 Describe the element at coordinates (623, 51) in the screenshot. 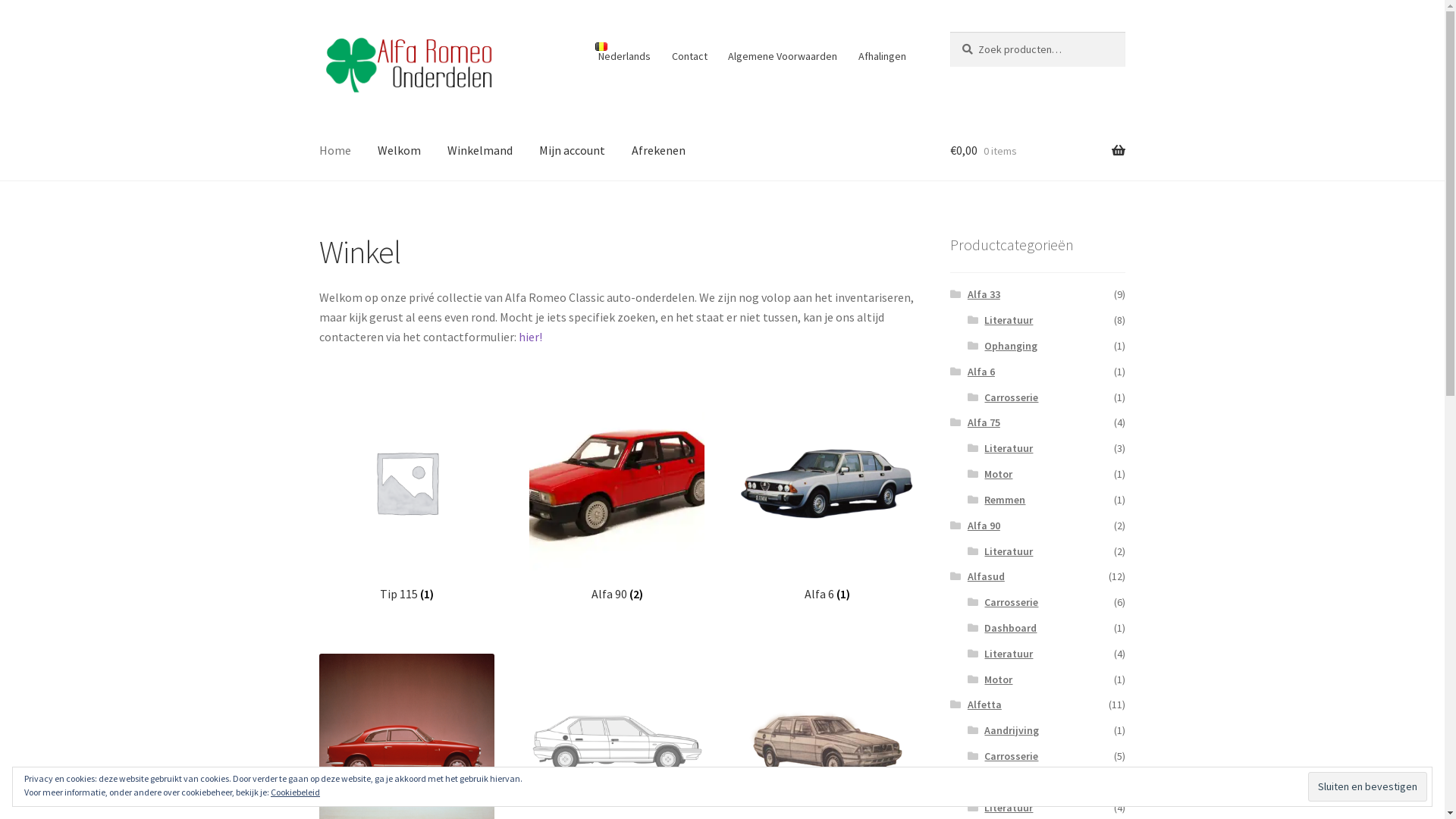

I see `'Nederlands'` at that location.